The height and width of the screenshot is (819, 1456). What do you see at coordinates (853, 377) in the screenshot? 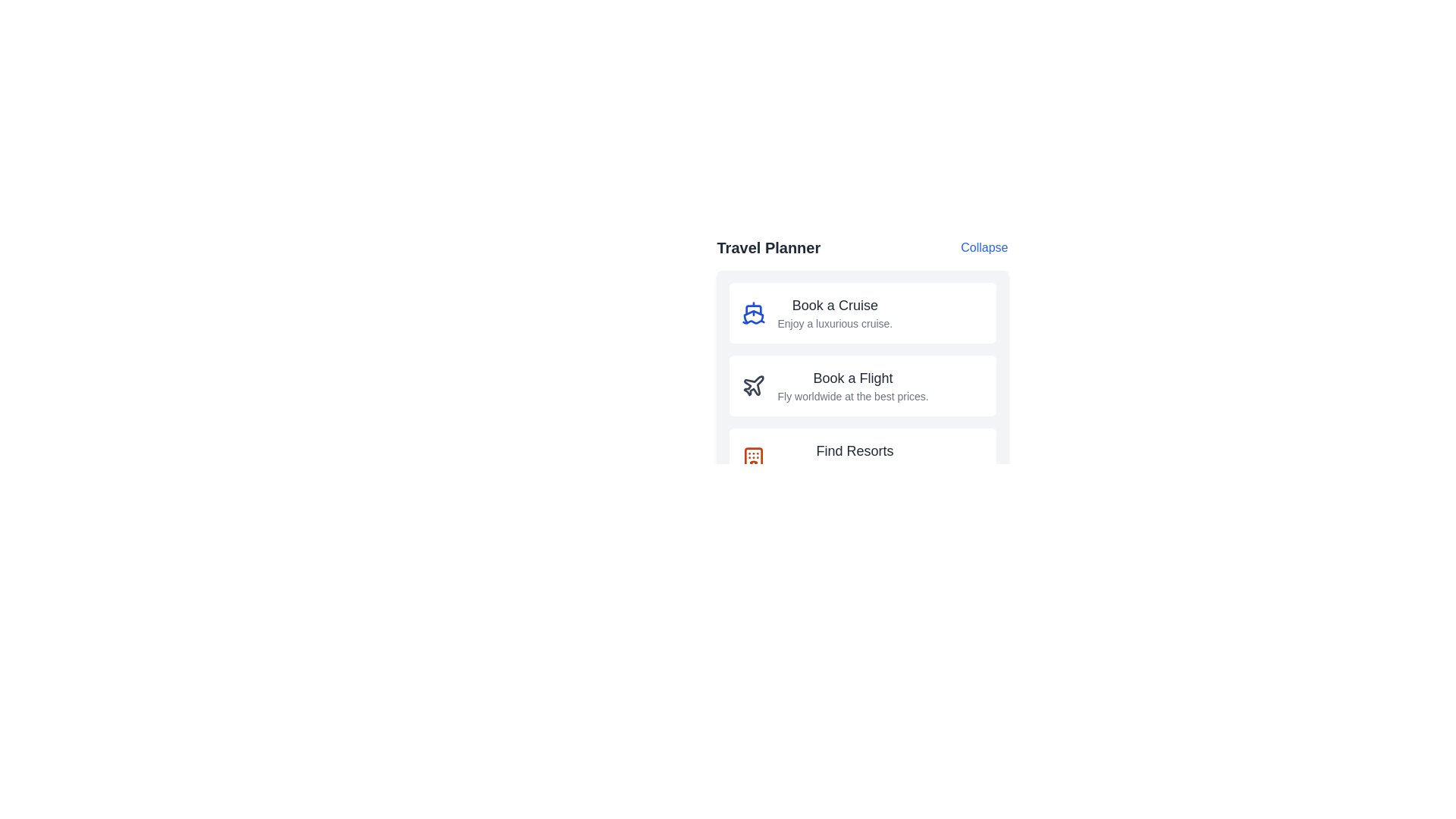
I see `the text label displaying 'Book a Flight' which is part of the travel options panel, located directly below 'Book a Cruise' and above 'Find Resorts'` at bounding box center [853, 377].